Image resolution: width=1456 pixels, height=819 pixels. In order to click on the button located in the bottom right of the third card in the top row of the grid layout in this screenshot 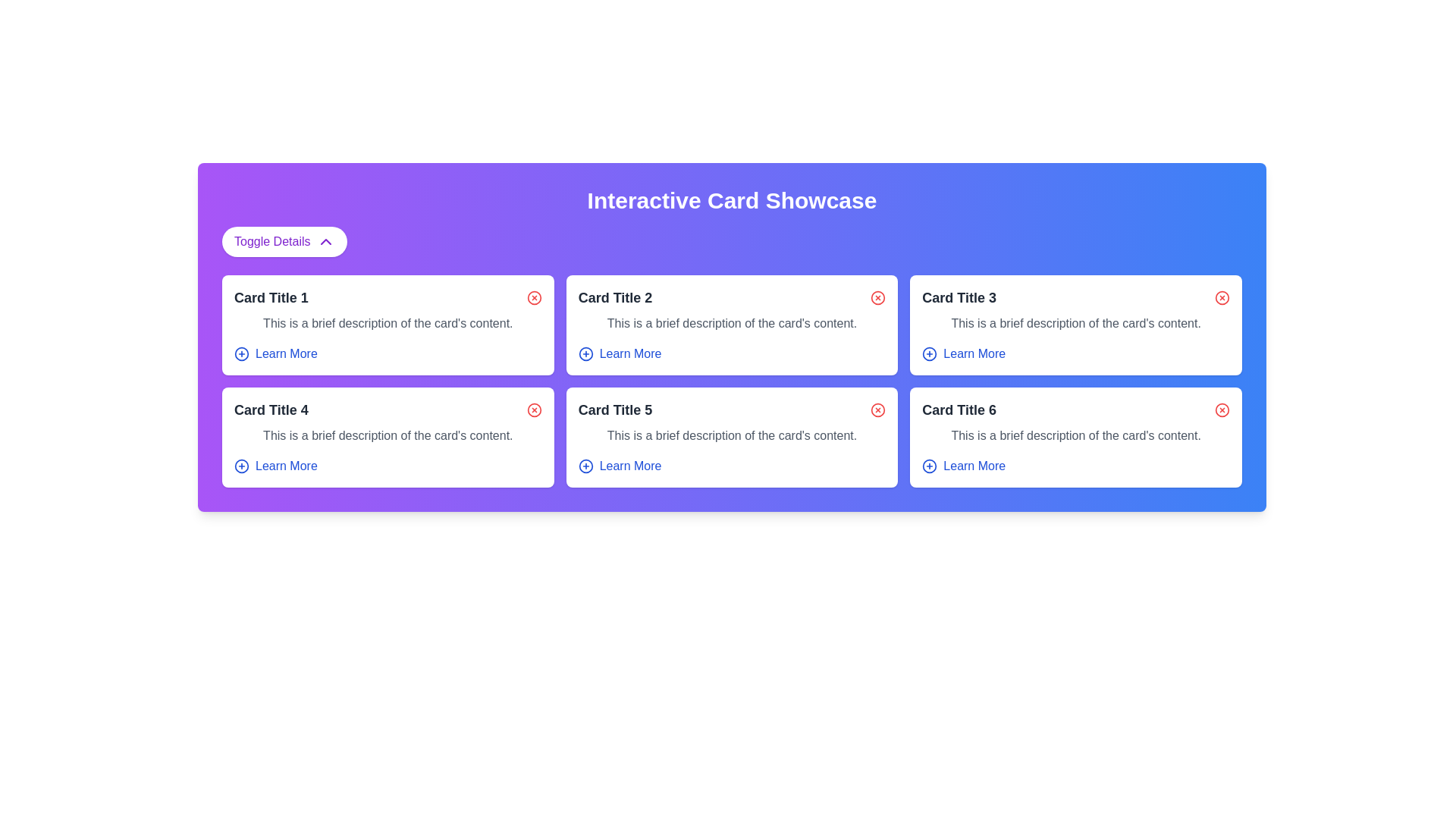, I will do `click(963, 353)`.